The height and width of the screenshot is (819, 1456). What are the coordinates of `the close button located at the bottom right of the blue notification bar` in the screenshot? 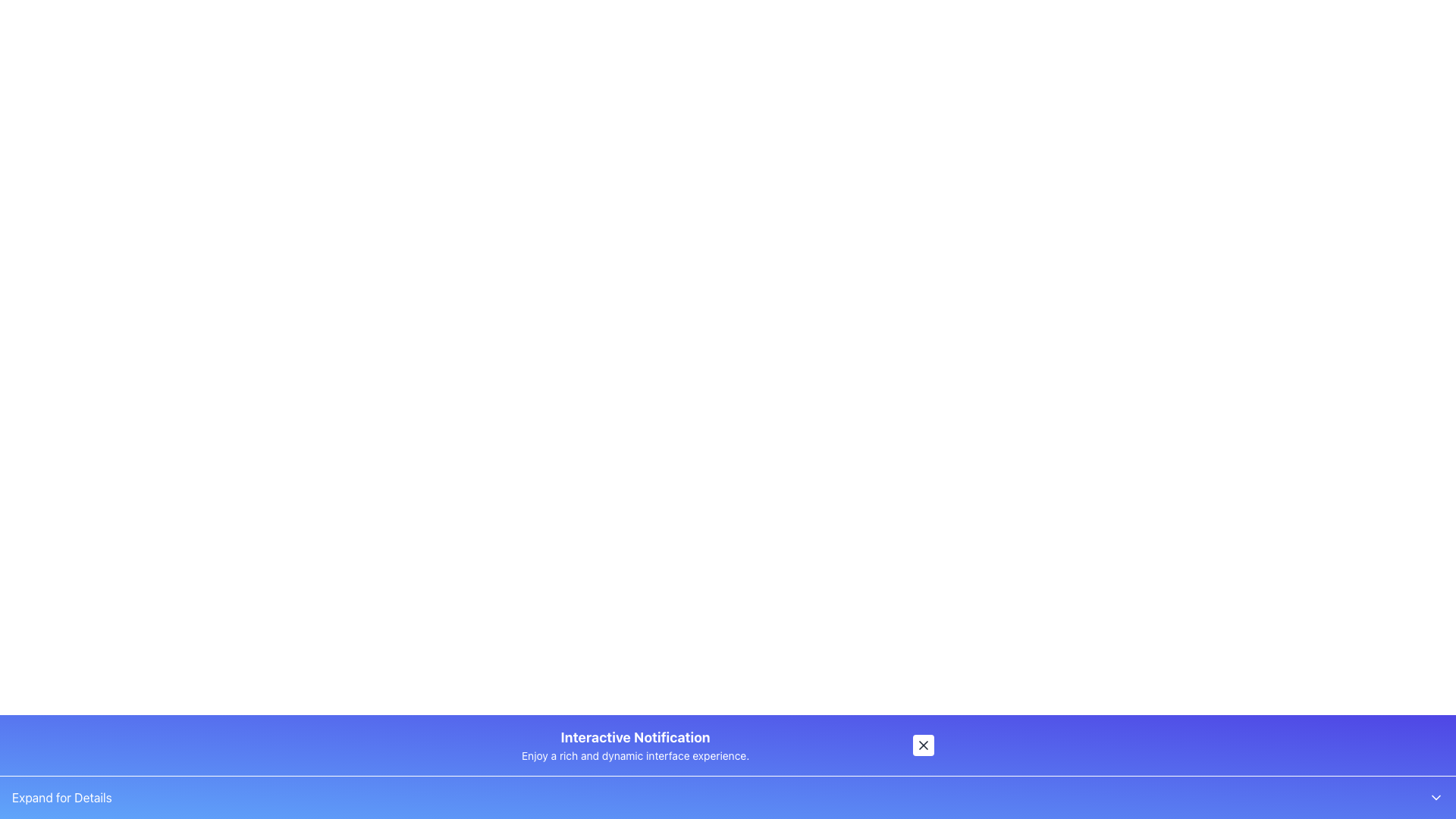 It's located at (923, 745).